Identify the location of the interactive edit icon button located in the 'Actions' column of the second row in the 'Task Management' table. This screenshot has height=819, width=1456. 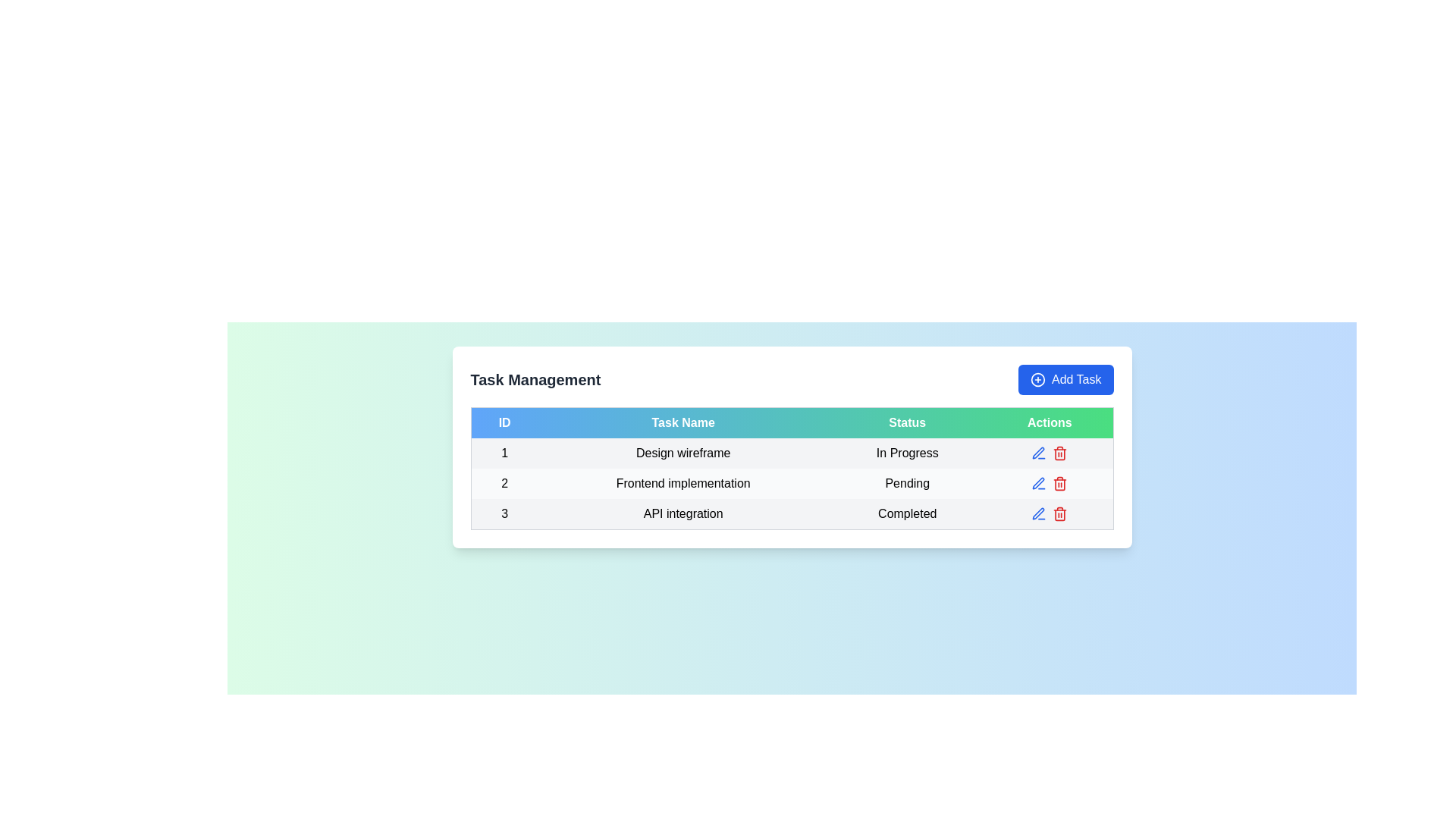
(1038, 483).